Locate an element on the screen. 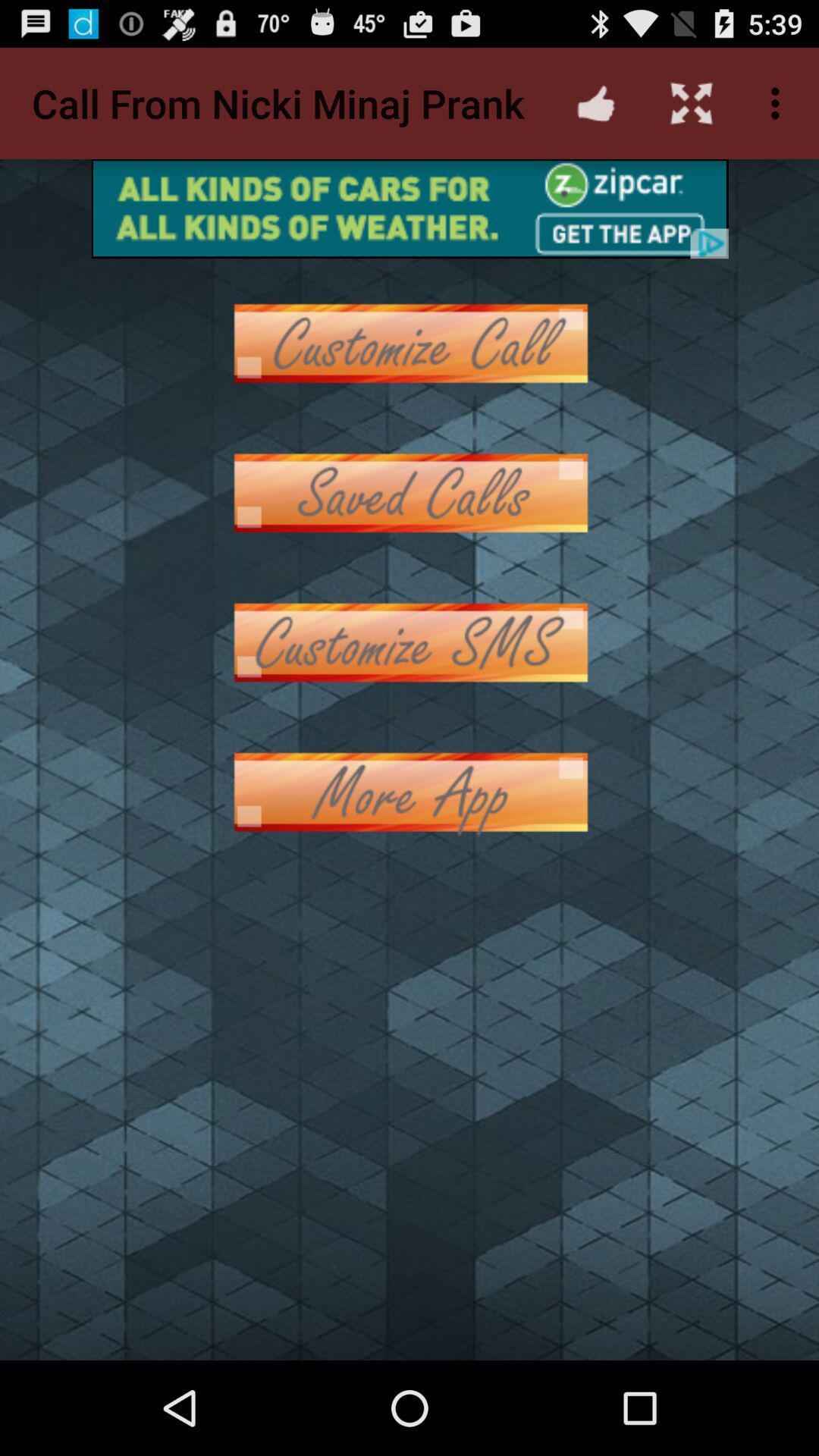 The image size is (819, 1456). phone customer service is located at coordinates (409, 642).